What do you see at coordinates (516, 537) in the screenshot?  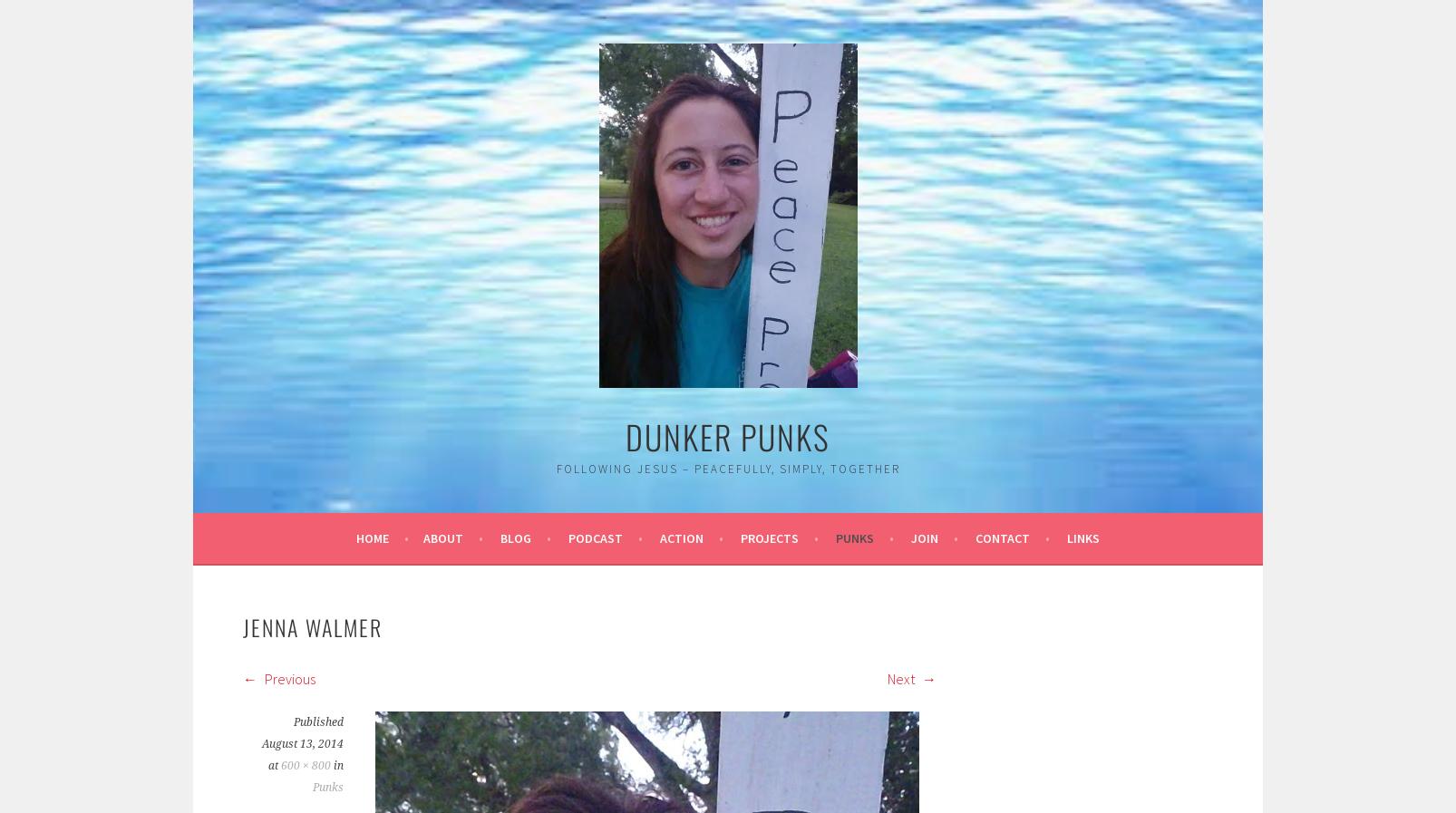 I see `'Blog'` at bounding box center [516, 537].